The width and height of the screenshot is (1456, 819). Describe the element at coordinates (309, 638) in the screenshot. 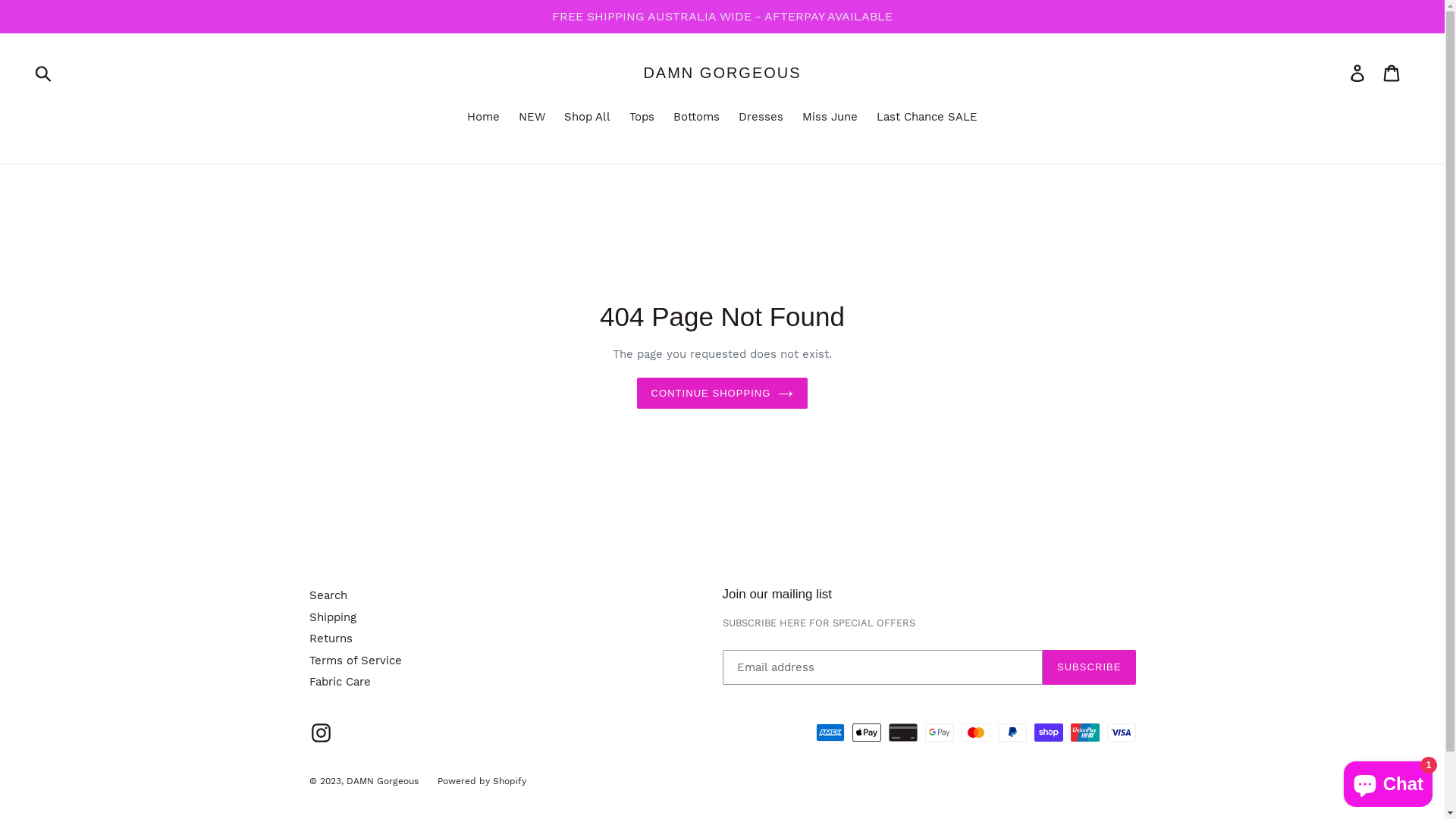

I see `'Returns'` at that location.